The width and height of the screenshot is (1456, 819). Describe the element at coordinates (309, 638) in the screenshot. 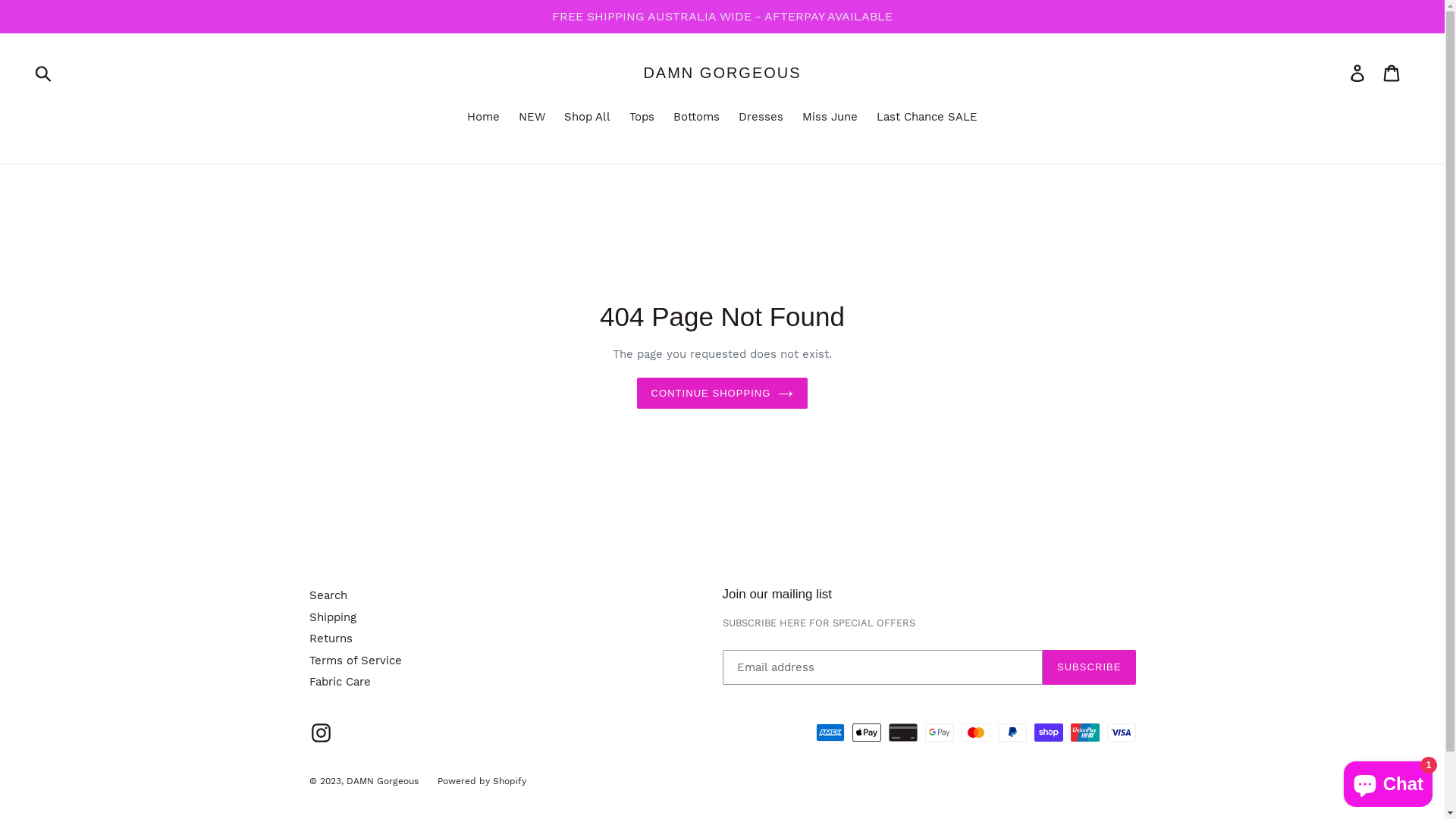

I see `'Returns'` at that location.